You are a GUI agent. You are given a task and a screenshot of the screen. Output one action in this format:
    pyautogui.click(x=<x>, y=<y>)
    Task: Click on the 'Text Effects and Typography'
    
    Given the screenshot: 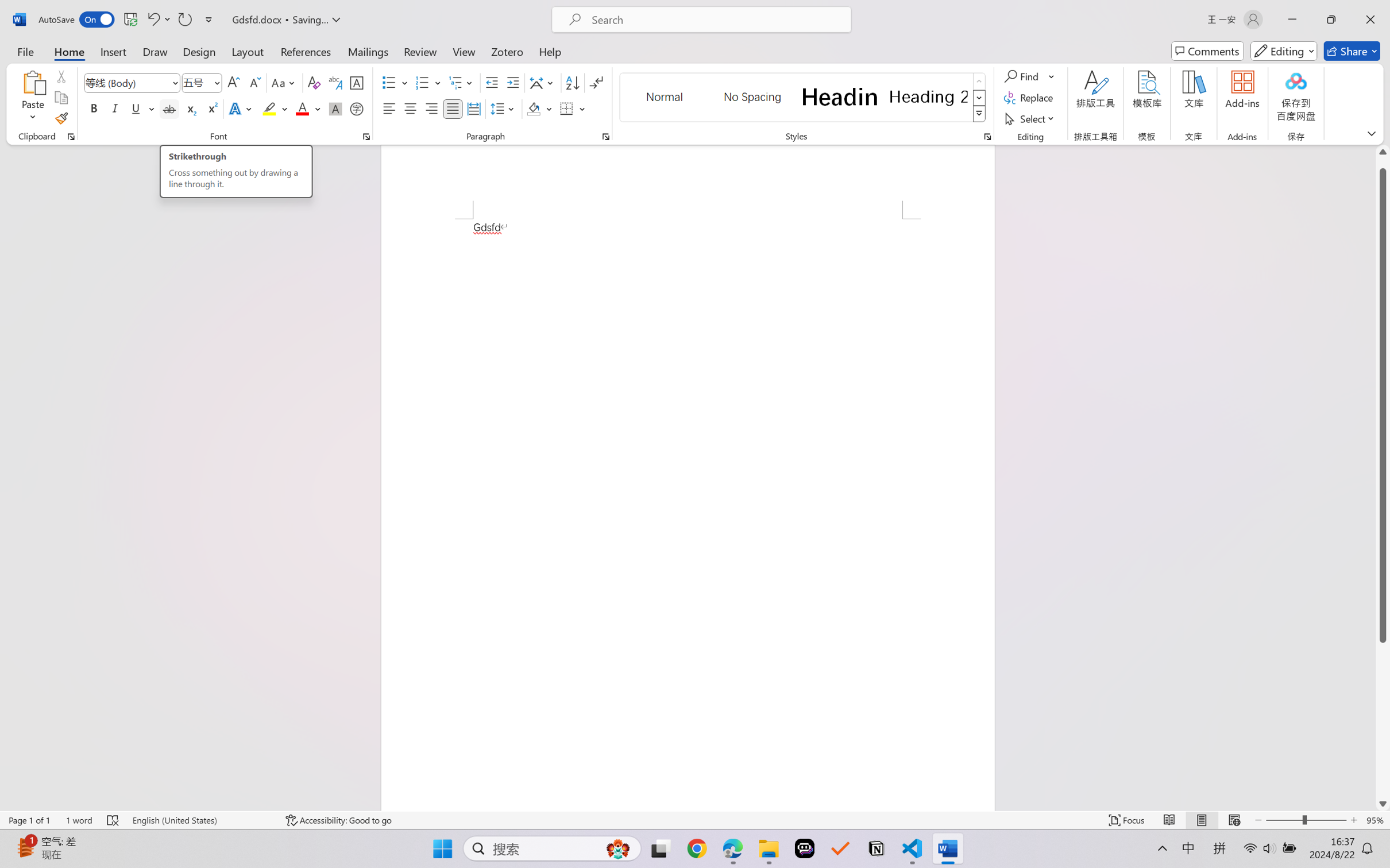 What is the action you would take?
    pyautogui.click(x=241, y=108)
    